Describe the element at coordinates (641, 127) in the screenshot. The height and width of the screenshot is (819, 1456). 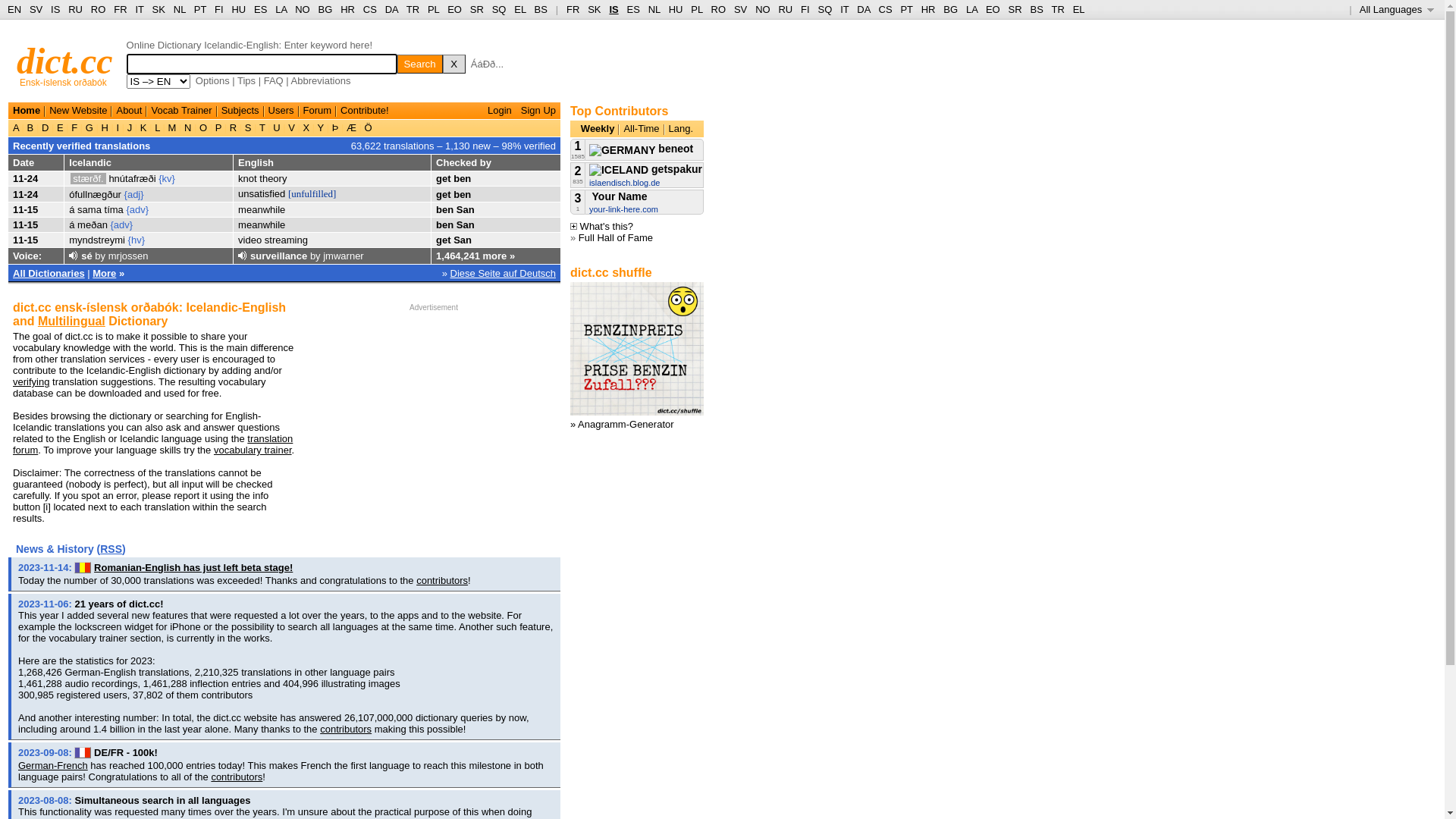
I see `'All-Time'` at that location.